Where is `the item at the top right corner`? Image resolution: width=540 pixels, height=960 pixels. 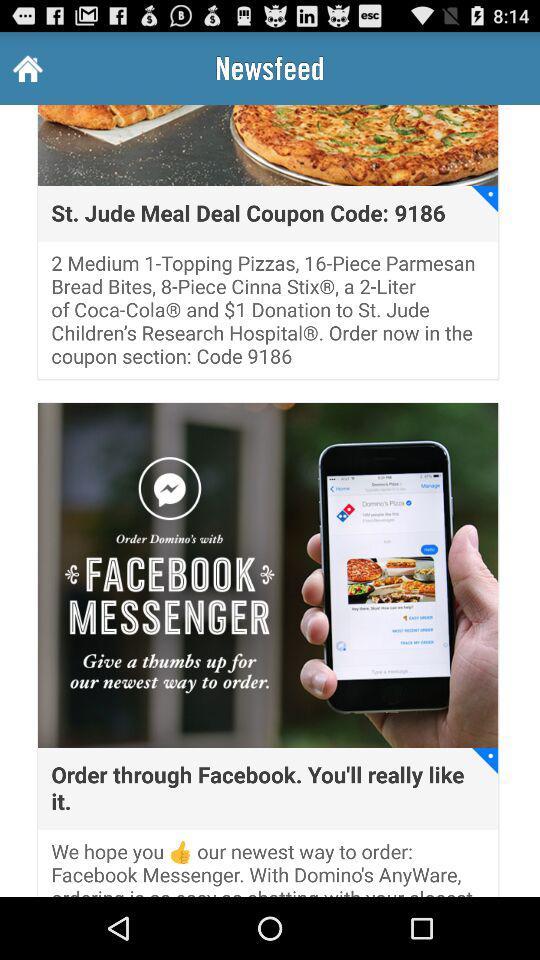
the item at the top right corner is located at coordinates (484, 199).